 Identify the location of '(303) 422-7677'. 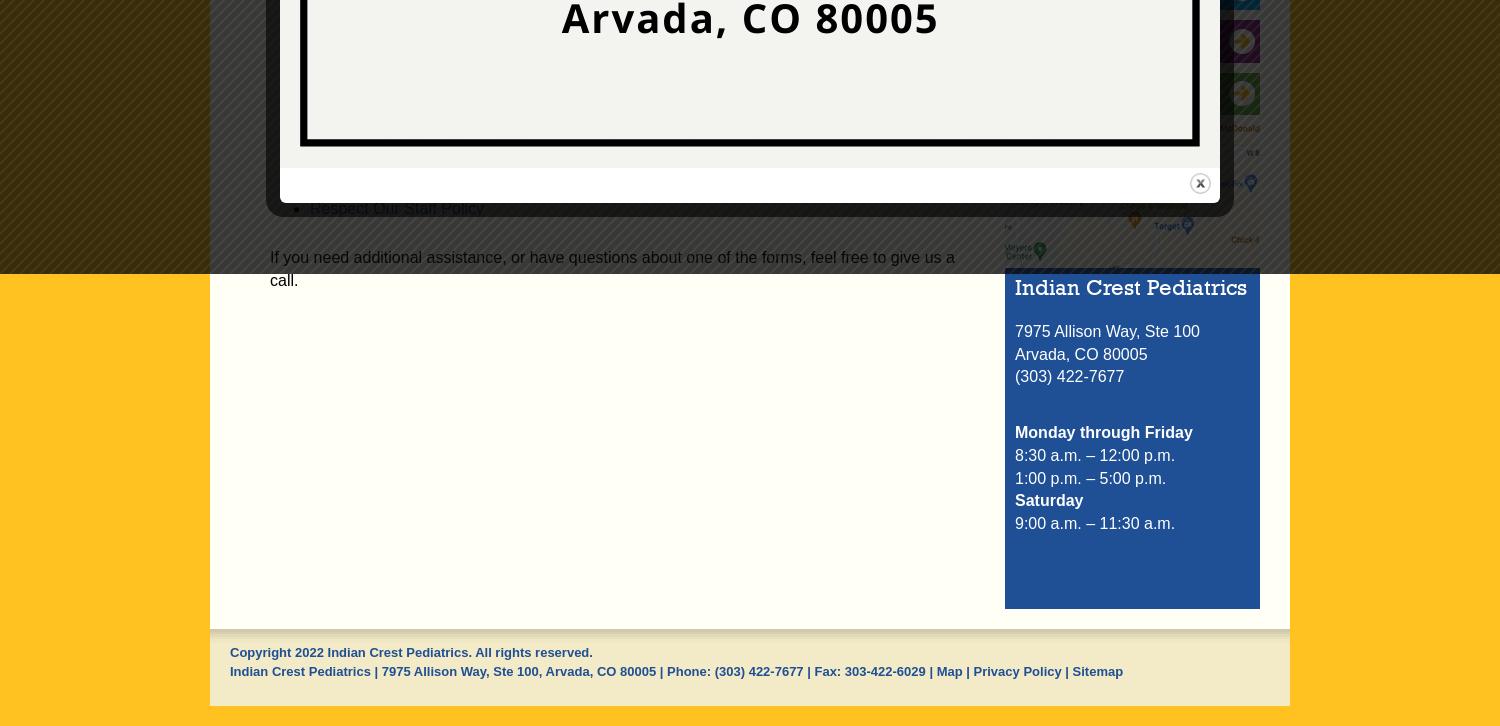
(758, 669).